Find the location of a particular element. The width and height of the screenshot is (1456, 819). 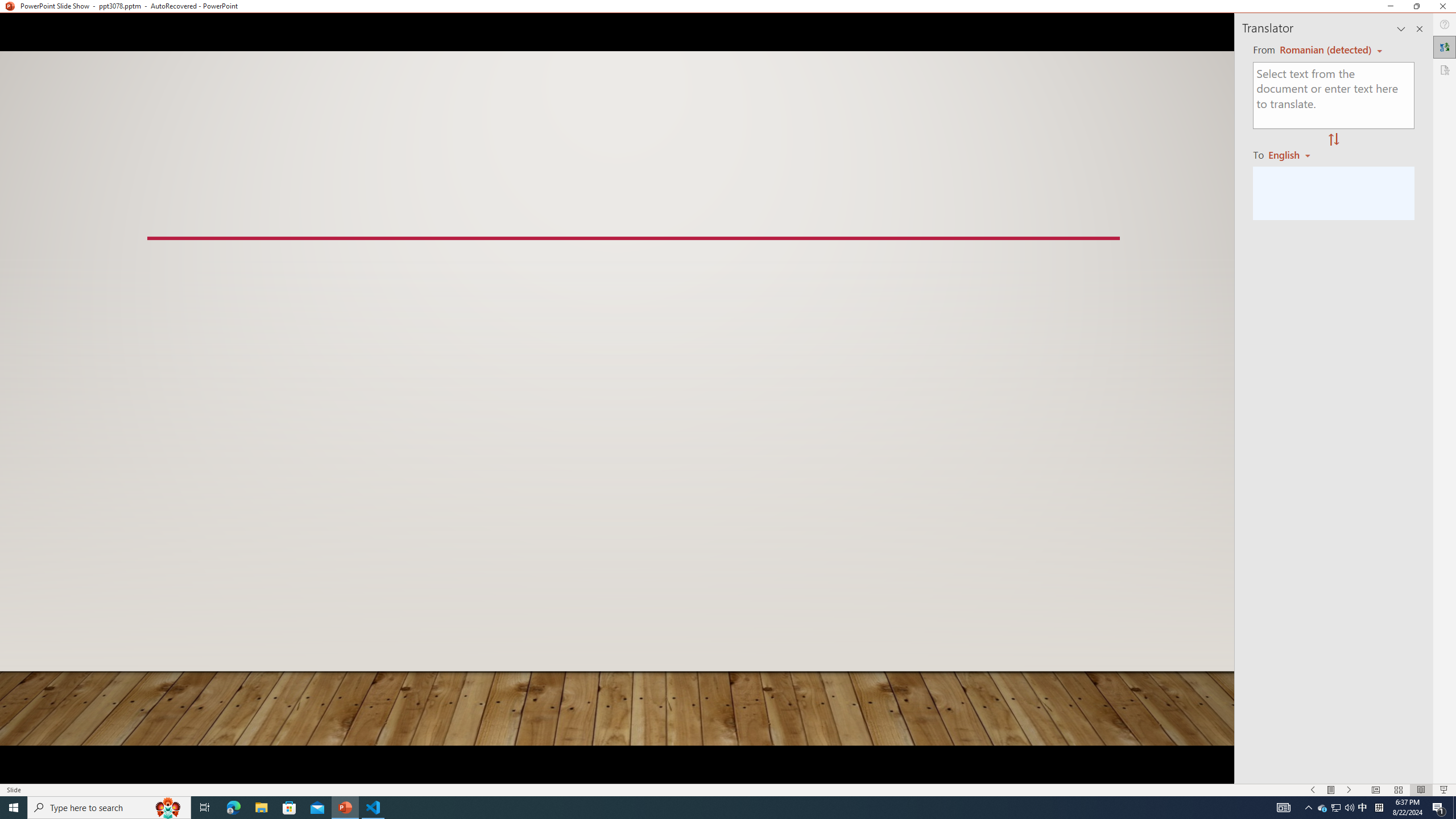

'Slide Sorter' is located at coordinates (1398, 790).